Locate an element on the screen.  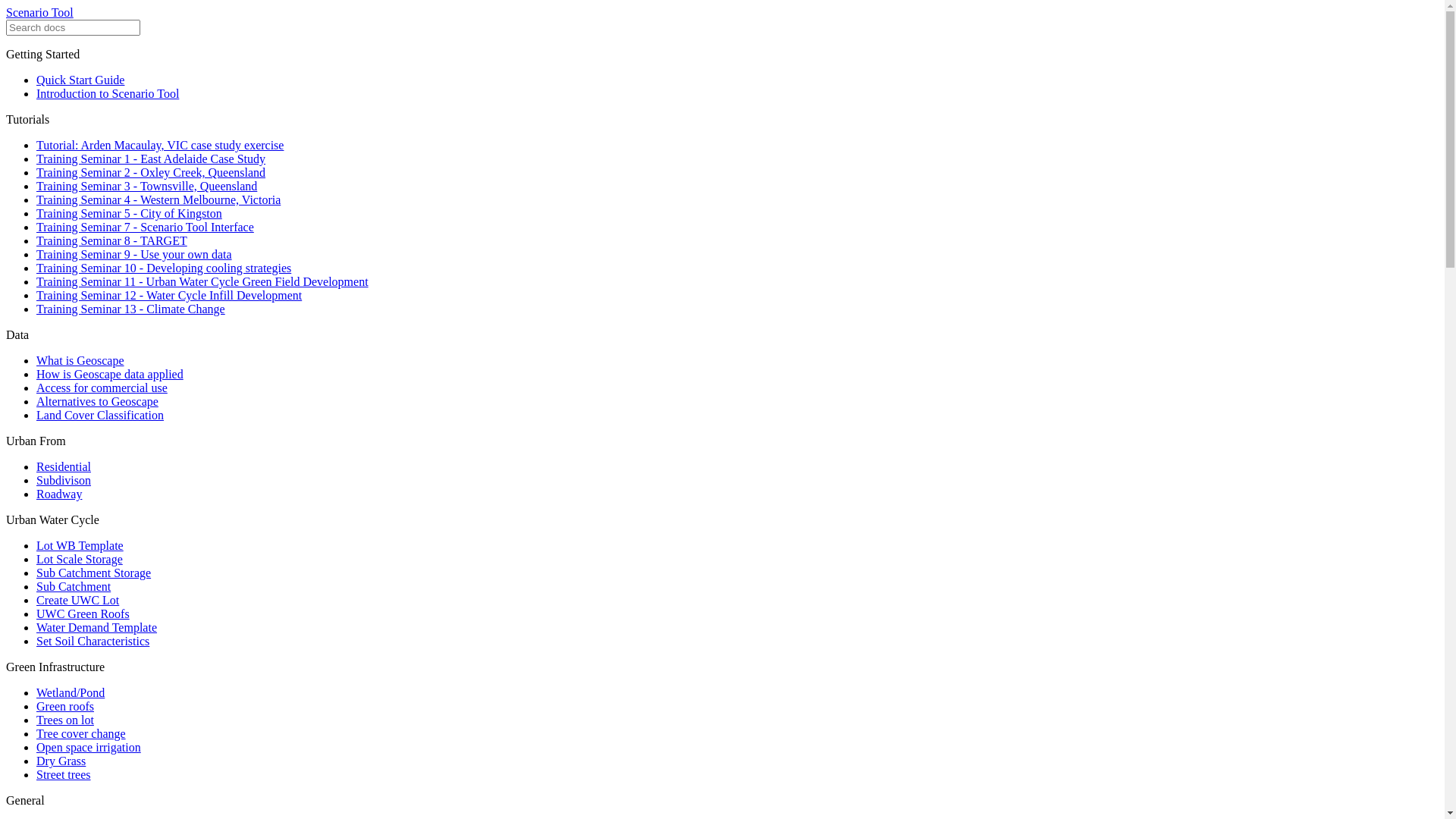
'Training Seminar 2 - Oxley Creek, Queensland' is located at coordinates (150, 171).